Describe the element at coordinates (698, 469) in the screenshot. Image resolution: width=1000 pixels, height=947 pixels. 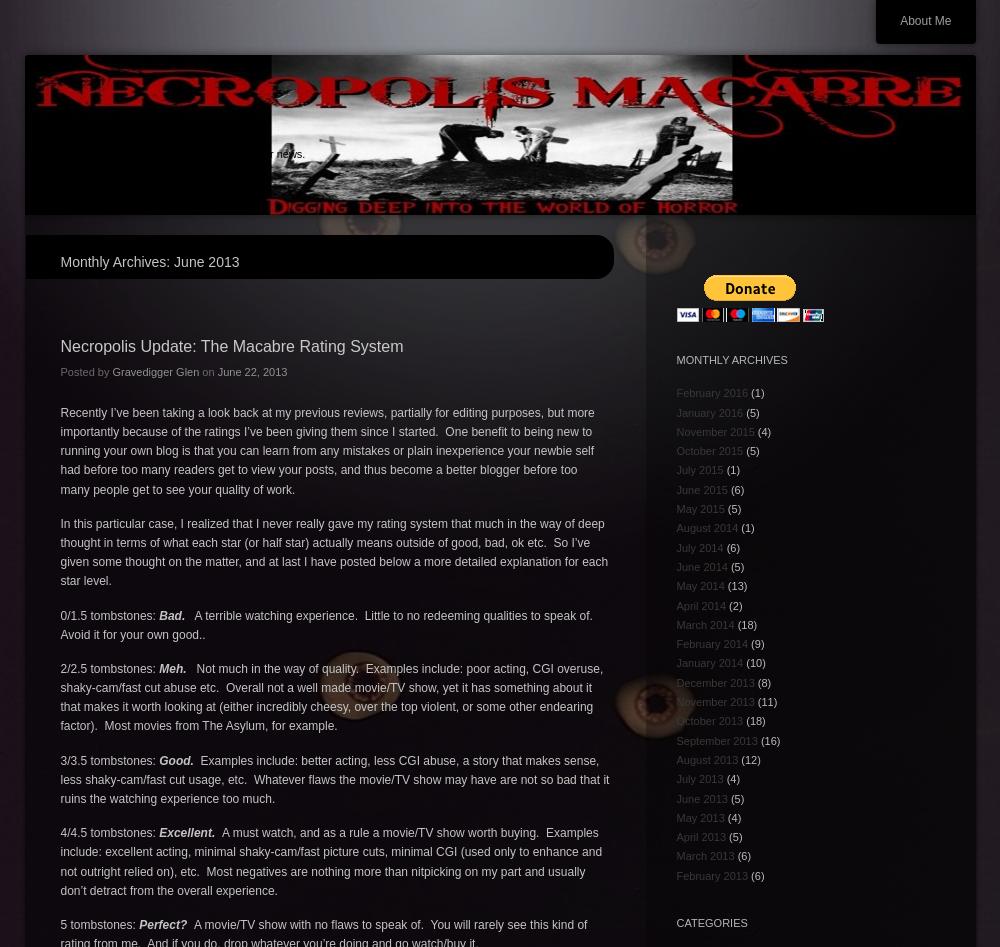
I see `'July 2015'` at that location.